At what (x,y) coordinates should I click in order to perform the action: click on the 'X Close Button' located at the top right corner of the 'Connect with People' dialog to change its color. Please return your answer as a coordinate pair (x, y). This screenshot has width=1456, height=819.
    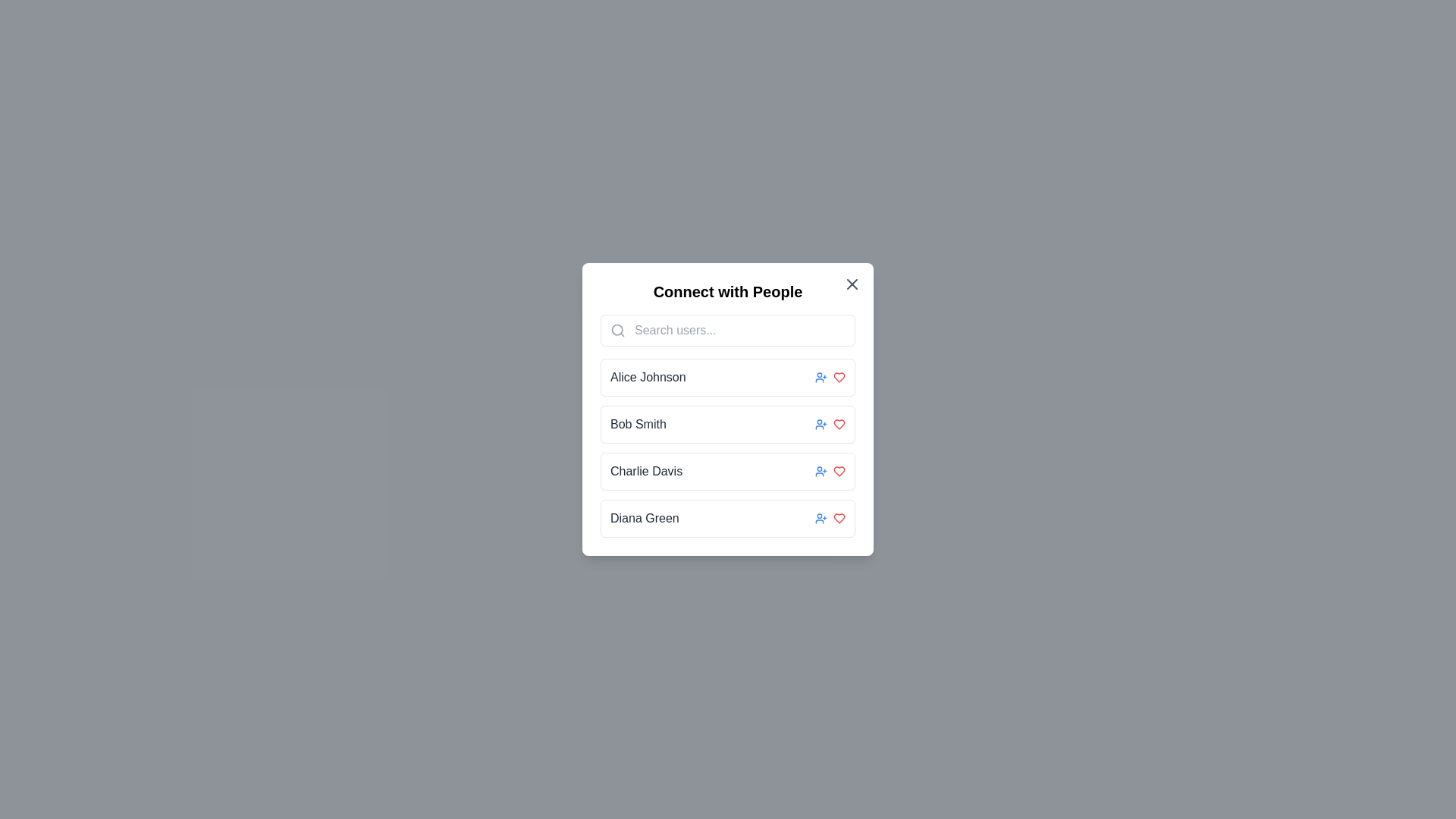
    Looking at the image, I should click on (852, 284).